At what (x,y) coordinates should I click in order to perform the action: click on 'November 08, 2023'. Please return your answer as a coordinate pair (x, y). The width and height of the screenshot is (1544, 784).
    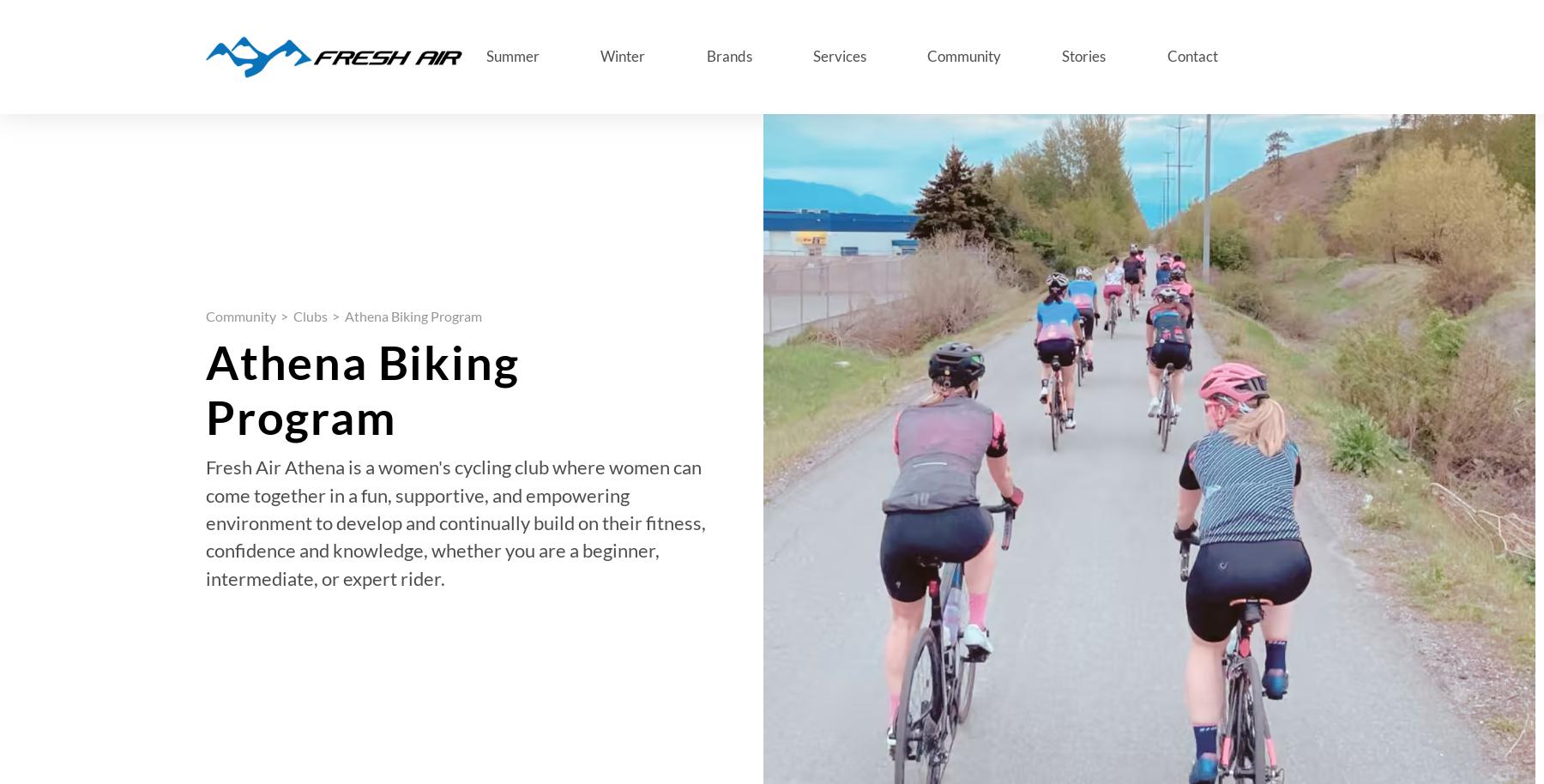
    Looking at the image, I should click on (890, 652).